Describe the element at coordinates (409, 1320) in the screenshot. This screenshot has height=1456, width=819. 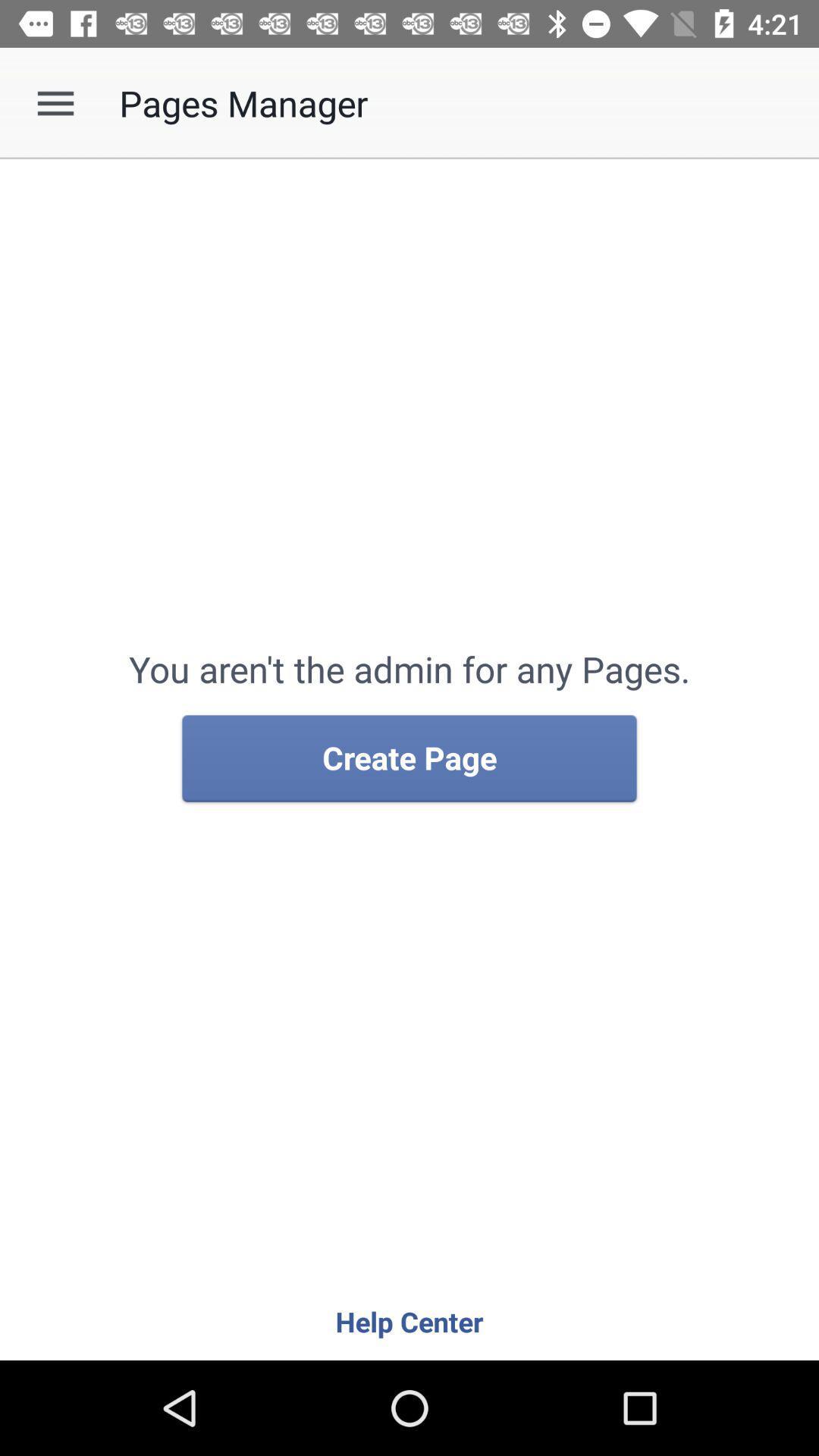
I see `help center item` at that location.